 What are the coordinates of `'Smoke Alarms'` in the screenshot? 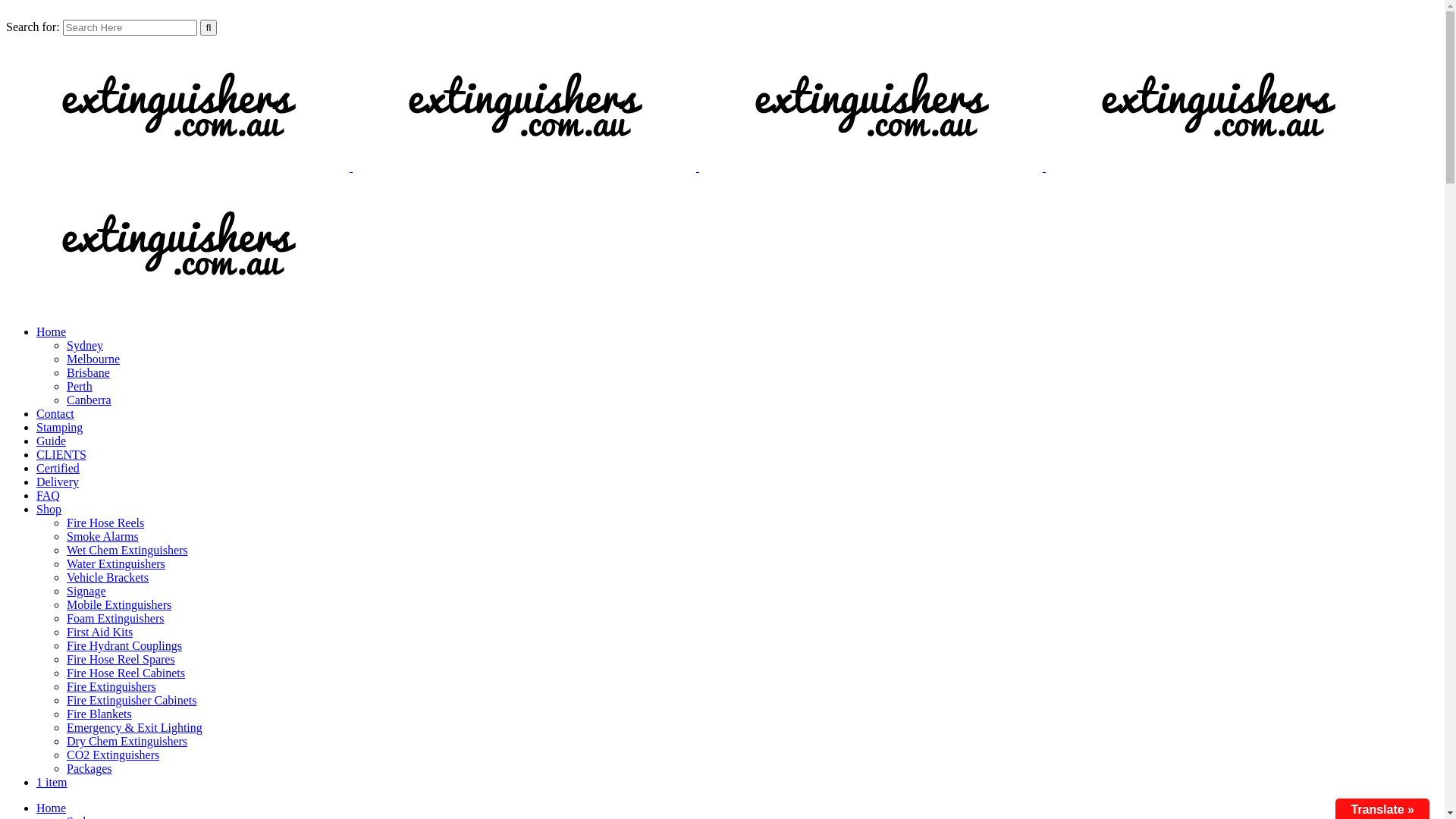 It's located at (102, 535).